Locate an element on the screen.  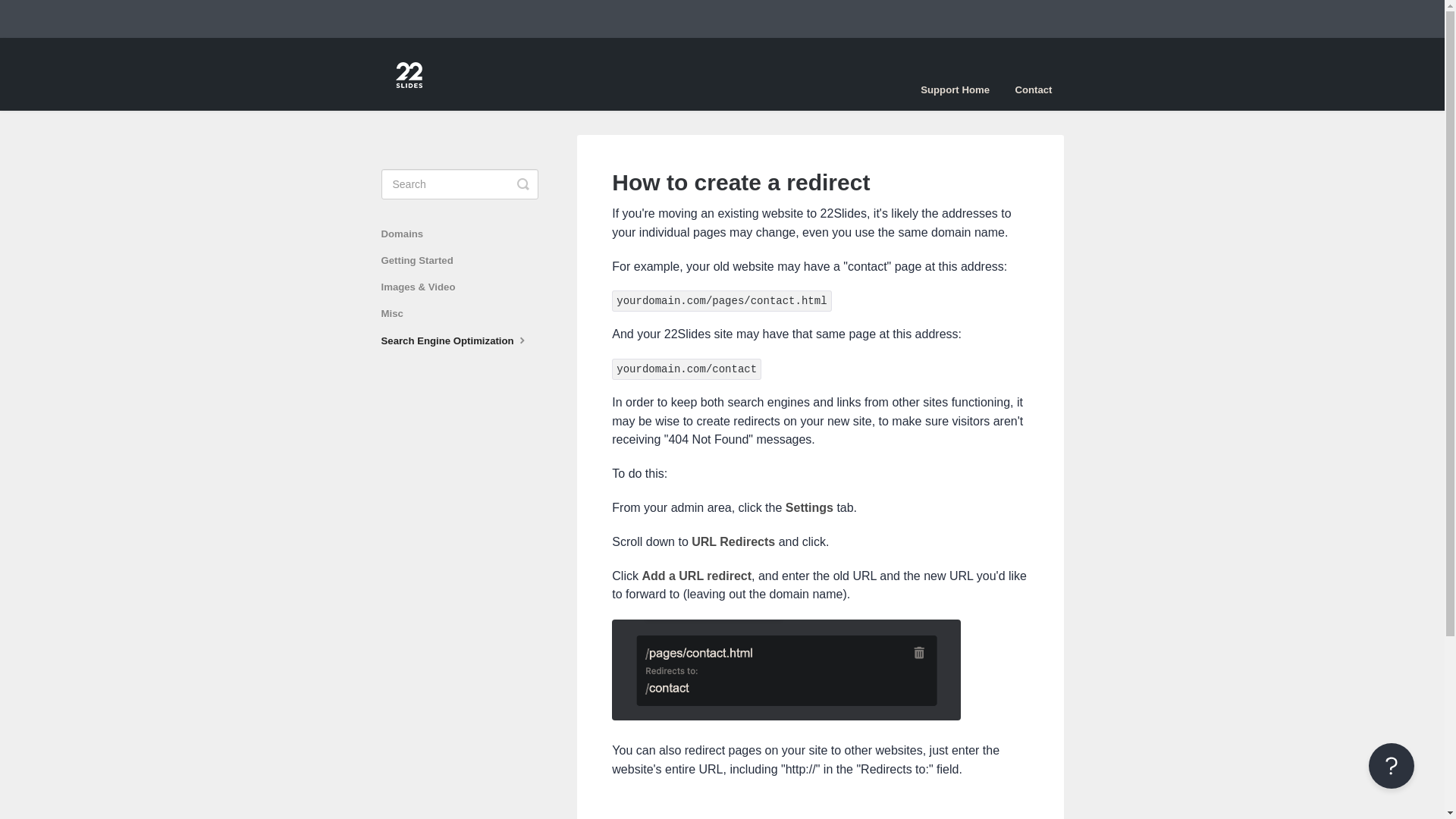
'search-query' is located at coordinates (458, 184).